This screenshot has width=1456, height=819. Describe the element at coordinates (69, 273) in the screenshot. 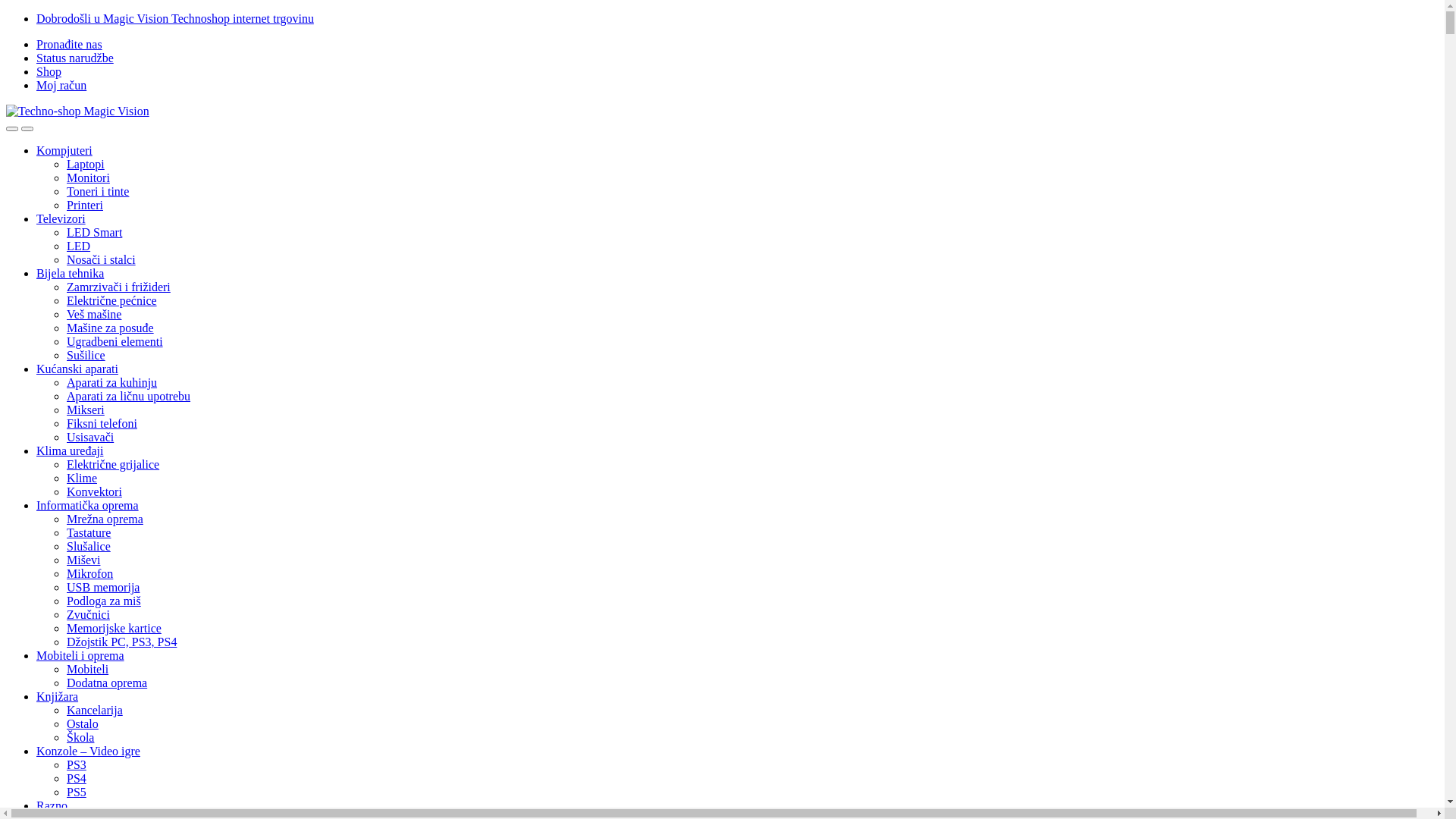

I see `'Bijela tehnika'` at that location.